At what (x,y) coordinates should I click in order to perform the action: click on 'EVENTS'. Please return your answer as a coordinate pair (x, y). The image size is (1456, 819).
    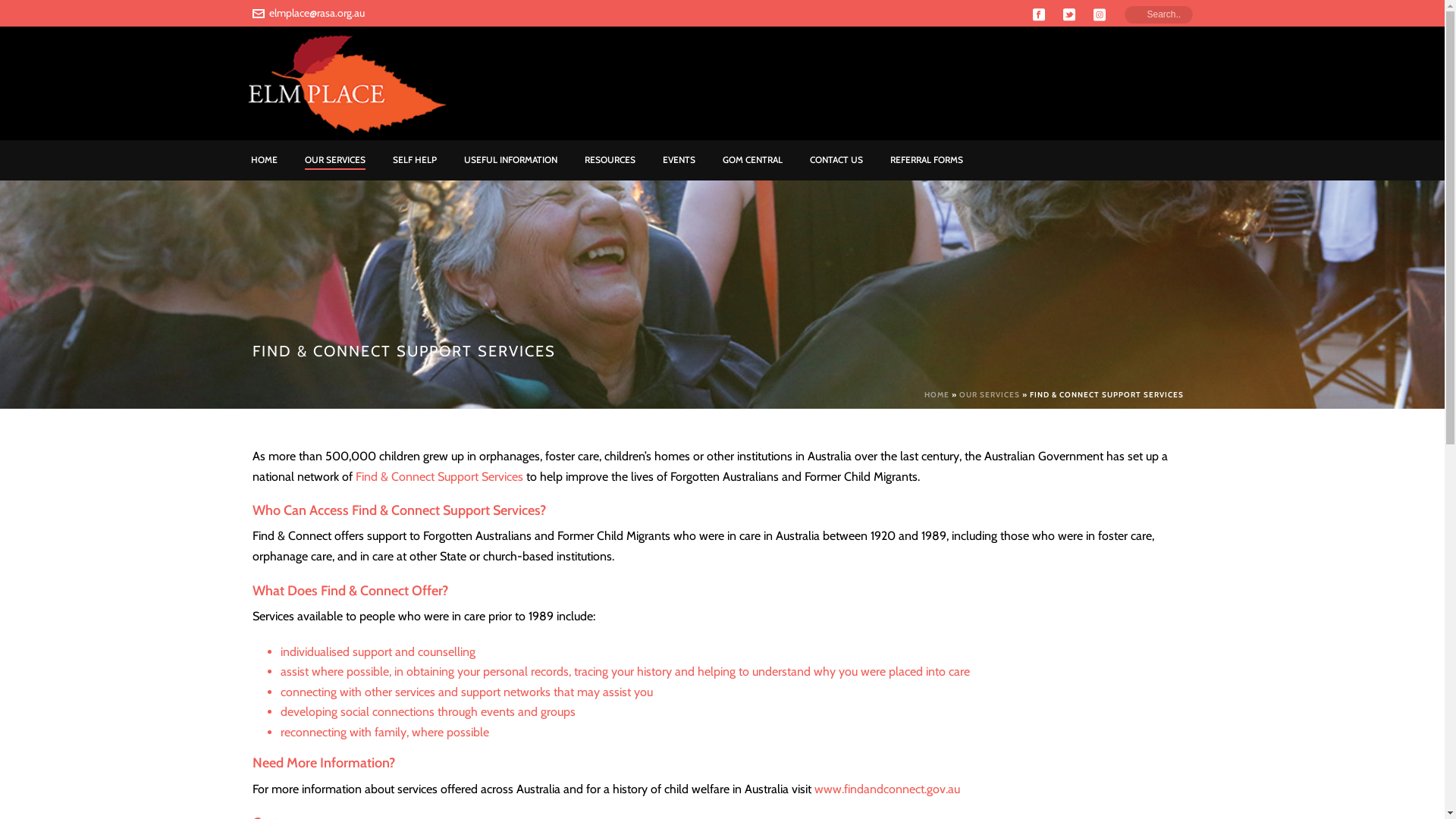
    Looking at the image, I should click on (678, 160).